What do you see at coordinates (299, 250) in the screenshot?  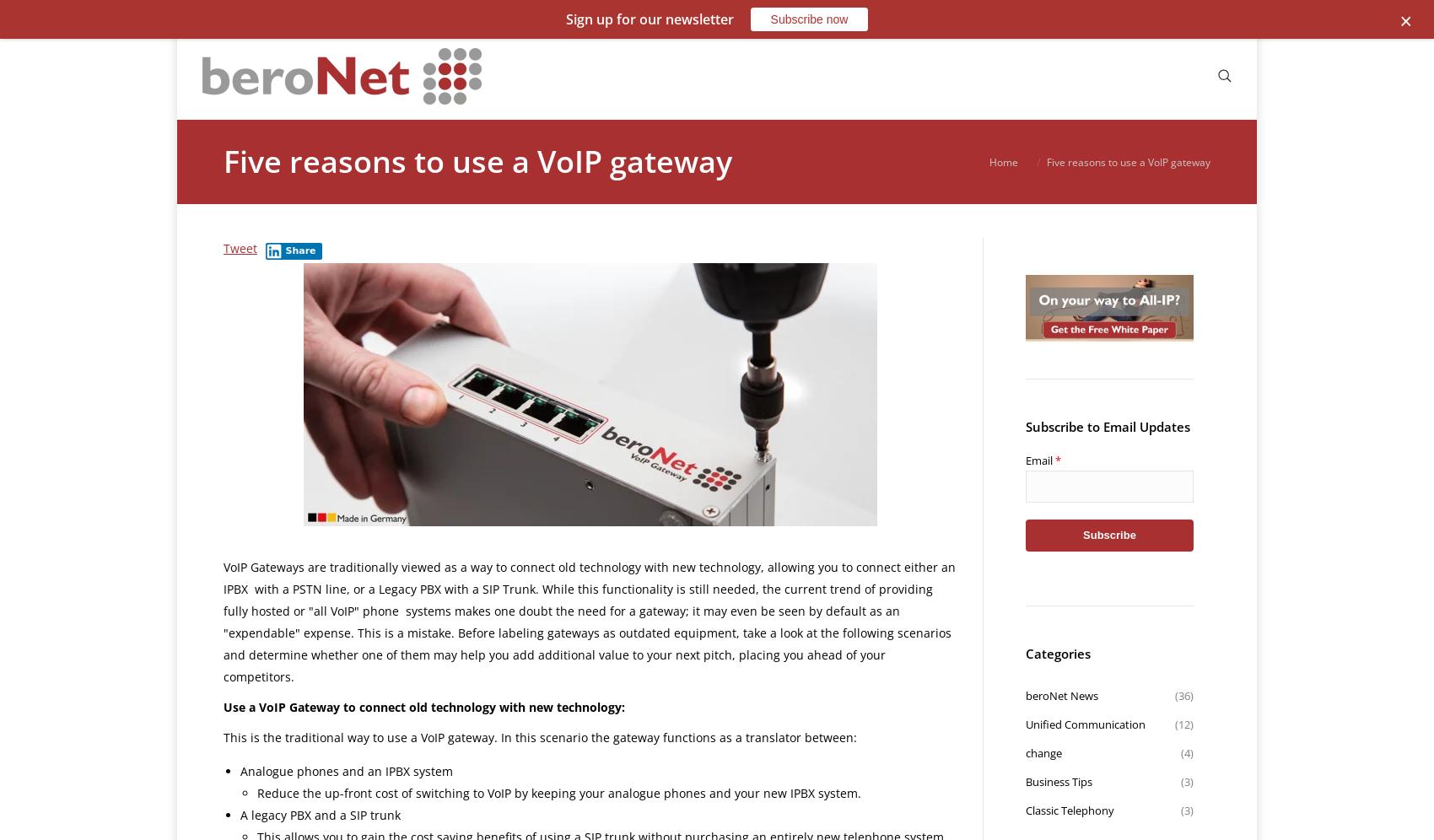 I see `'Share'` at bounding box center [299, 250].